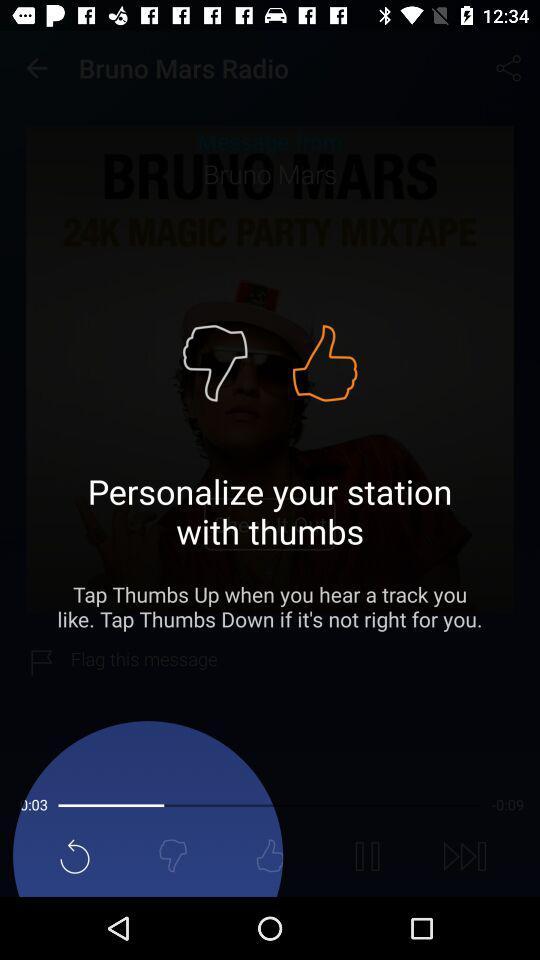  Describe the element at coordinates (172, 855) in the screenshot. I see `the thumbs_down icon` at that location.